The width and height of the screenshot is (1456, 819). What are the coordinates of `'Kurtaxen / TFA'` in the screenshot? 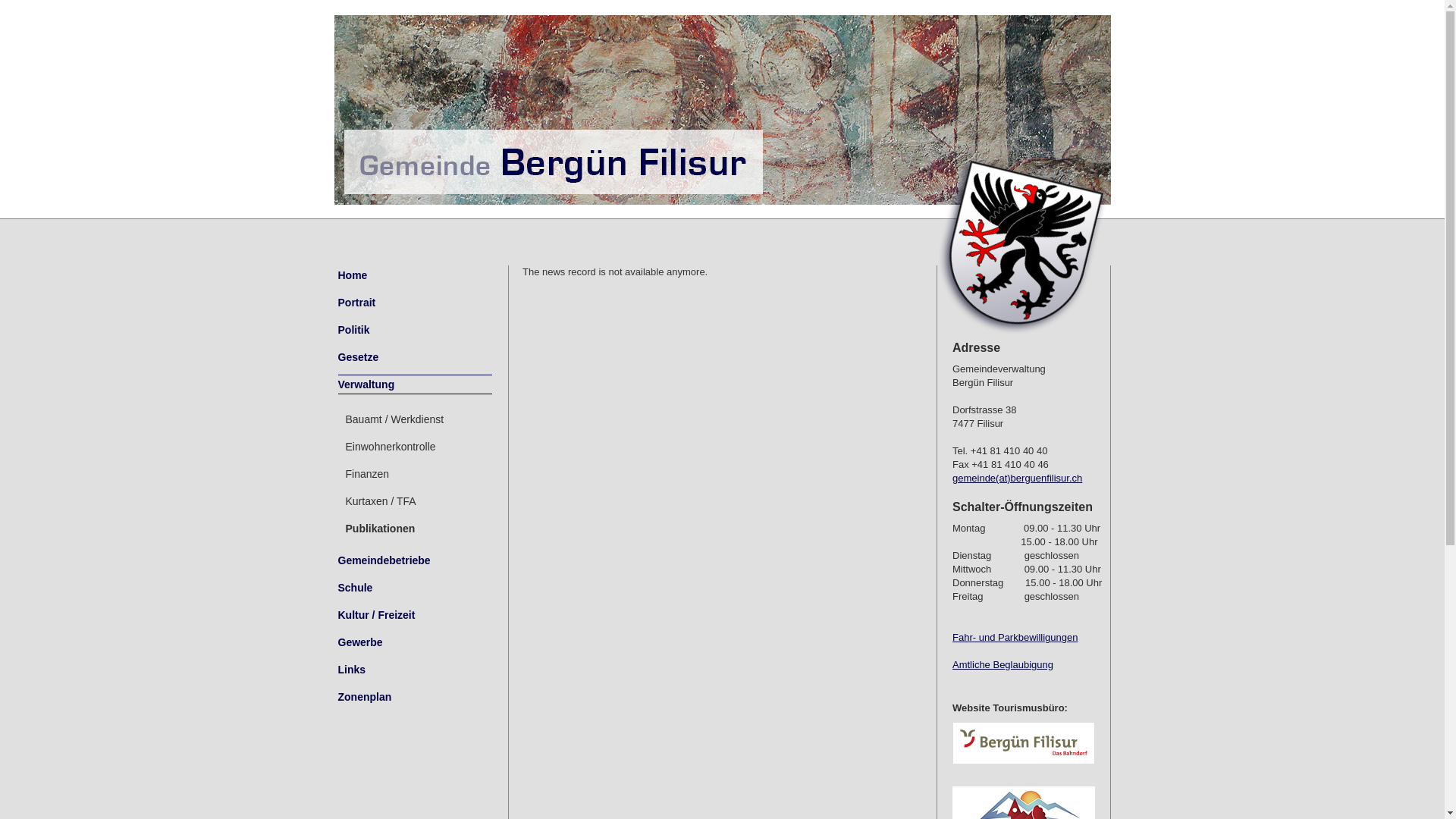 It's located at (415, 500).